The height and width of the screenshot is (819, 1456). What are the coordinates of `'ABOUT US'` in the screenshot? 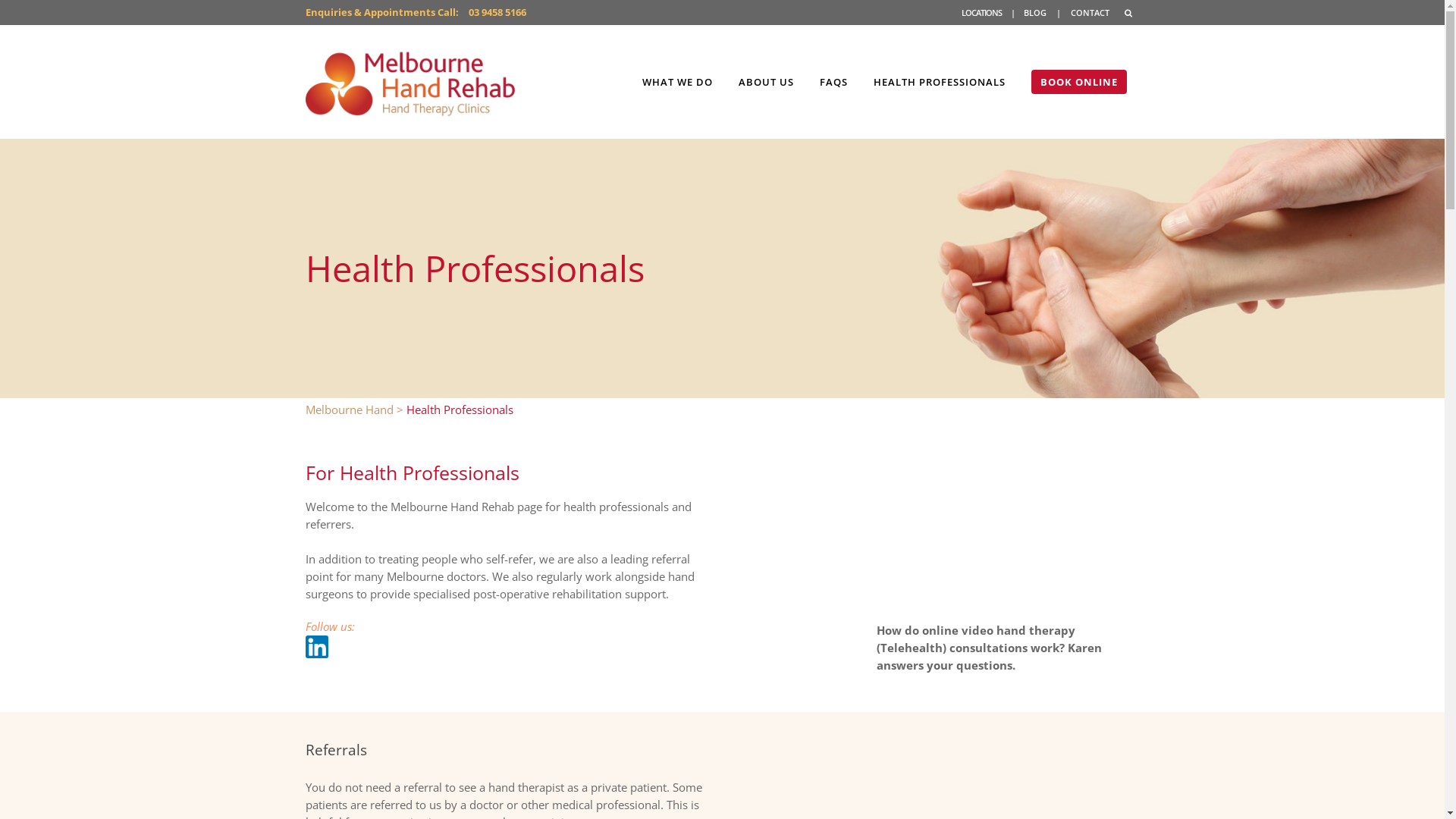 It's located at (765, 82).